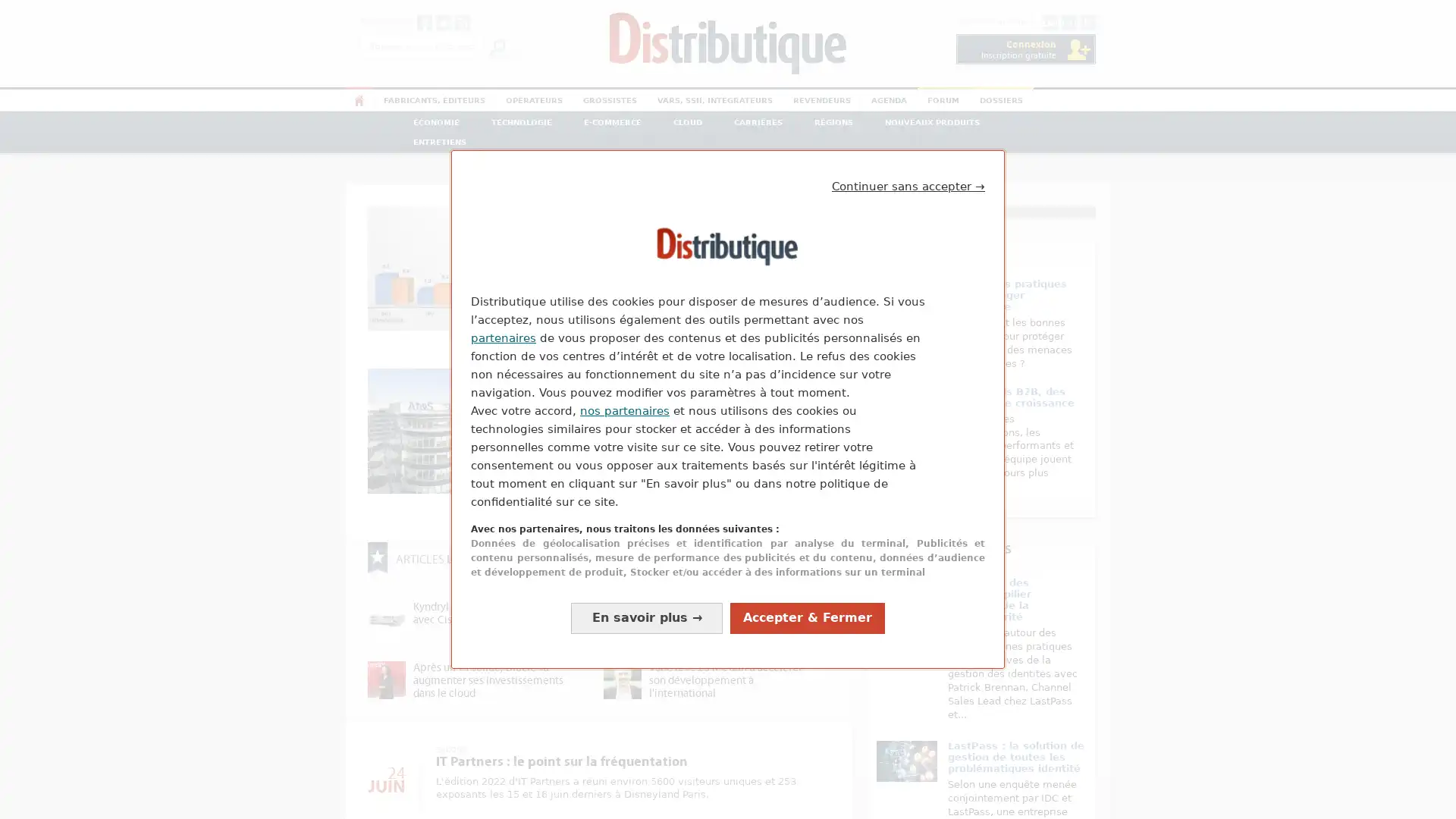 The image size is (1456, 819). What do you see at coordinates (647, 617) in the screenshot?
I see `Configurer vos consentements` at bounding box center [647, 617].